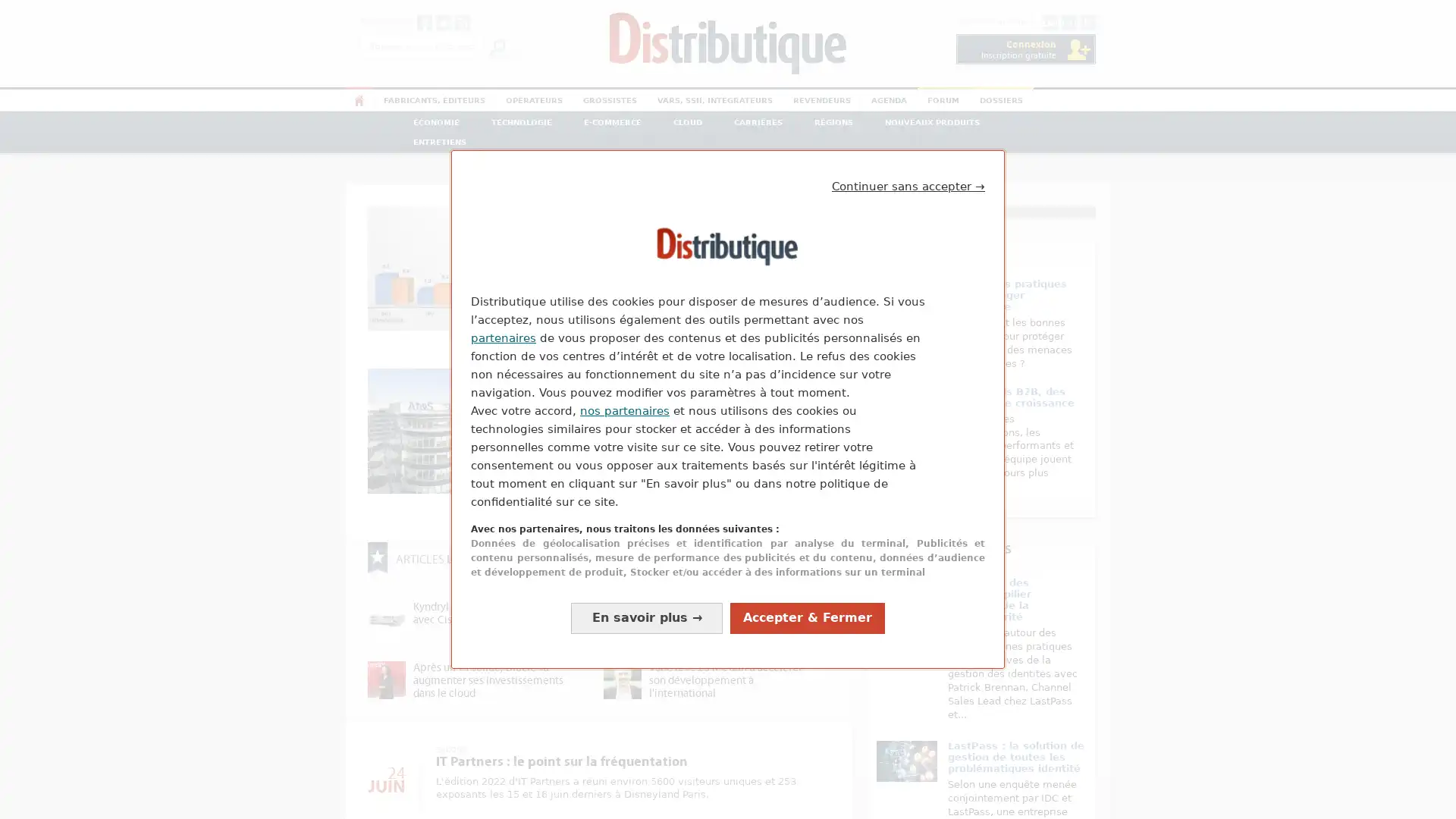 The image size is (1456, 819). What do you see at coordinates (647, 617) in the screenshot?
I see `Configurer vos consentements` at bounding box center [647, 617].